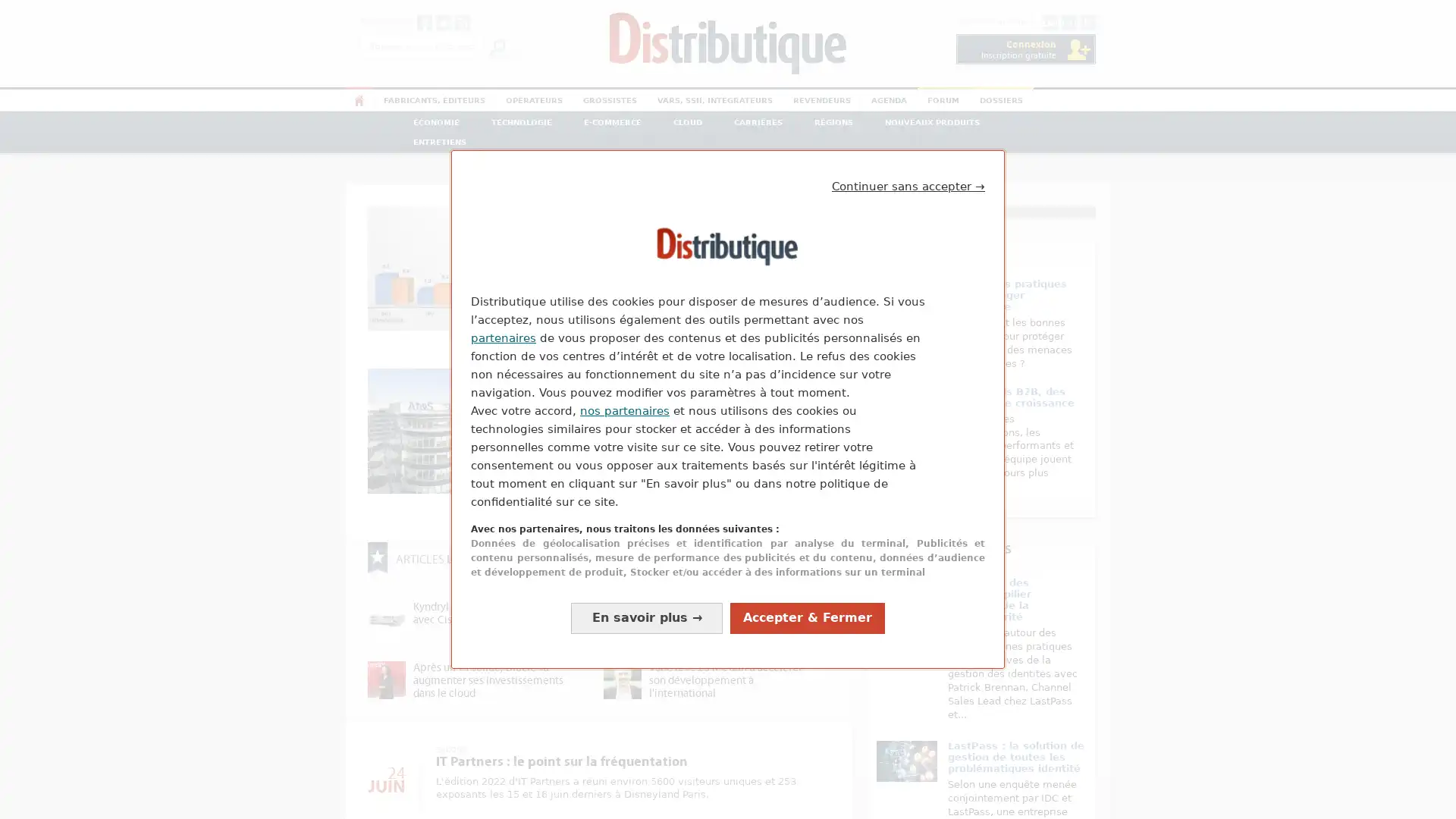 The image size is (1456, 819). What do you see at coordinates (647, 617) in the screenshot?
I see `Configurer vos consentements` at bounding box center [647, 617].